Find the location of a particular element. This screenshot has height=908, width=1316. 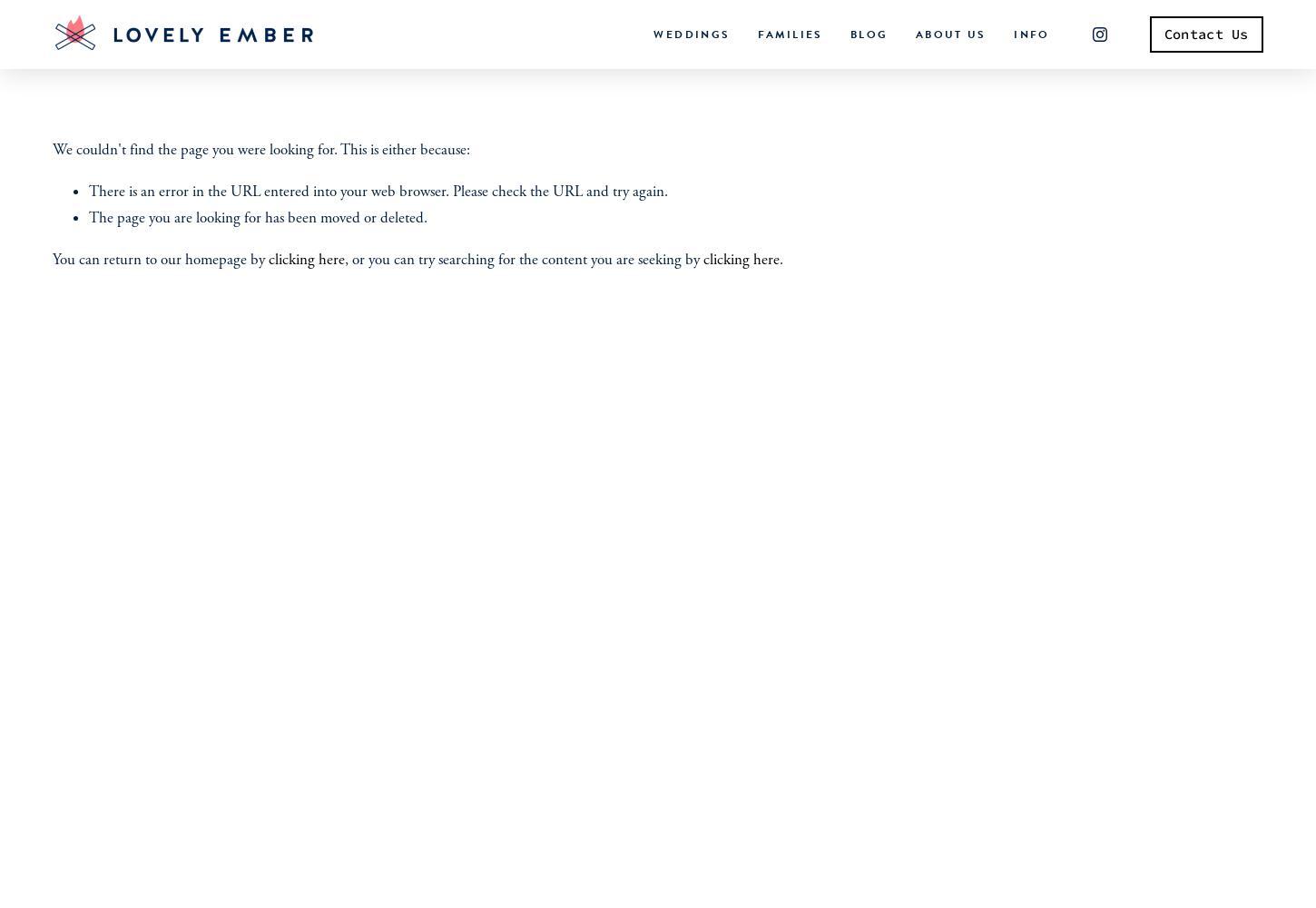

'We couldn't find the page you were looking for. This is either because:' is located at coordinates (53, 149).